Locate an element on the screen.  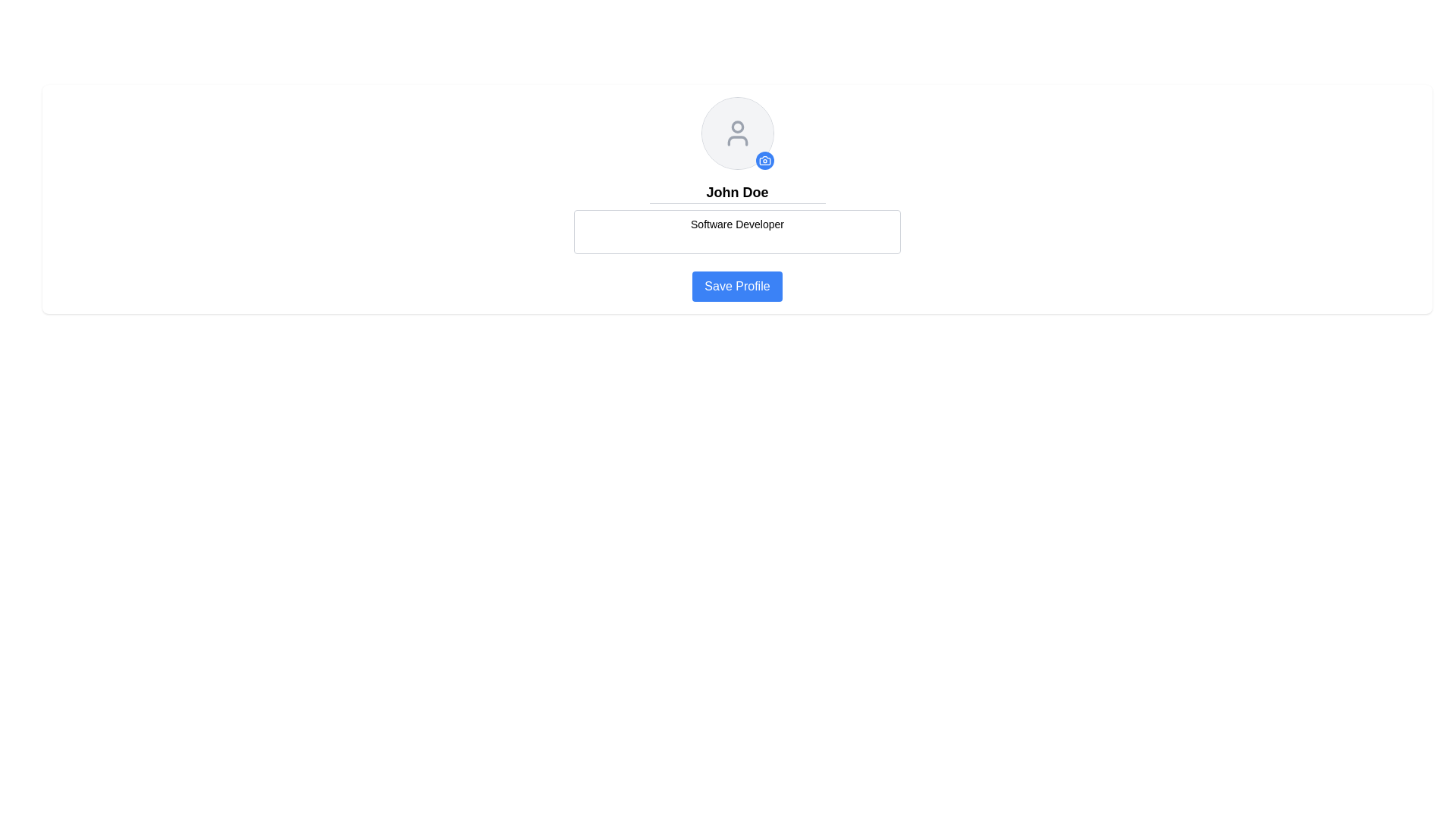
the editable text area displaying 'Software Developer' is located at coordinates (737, 231).